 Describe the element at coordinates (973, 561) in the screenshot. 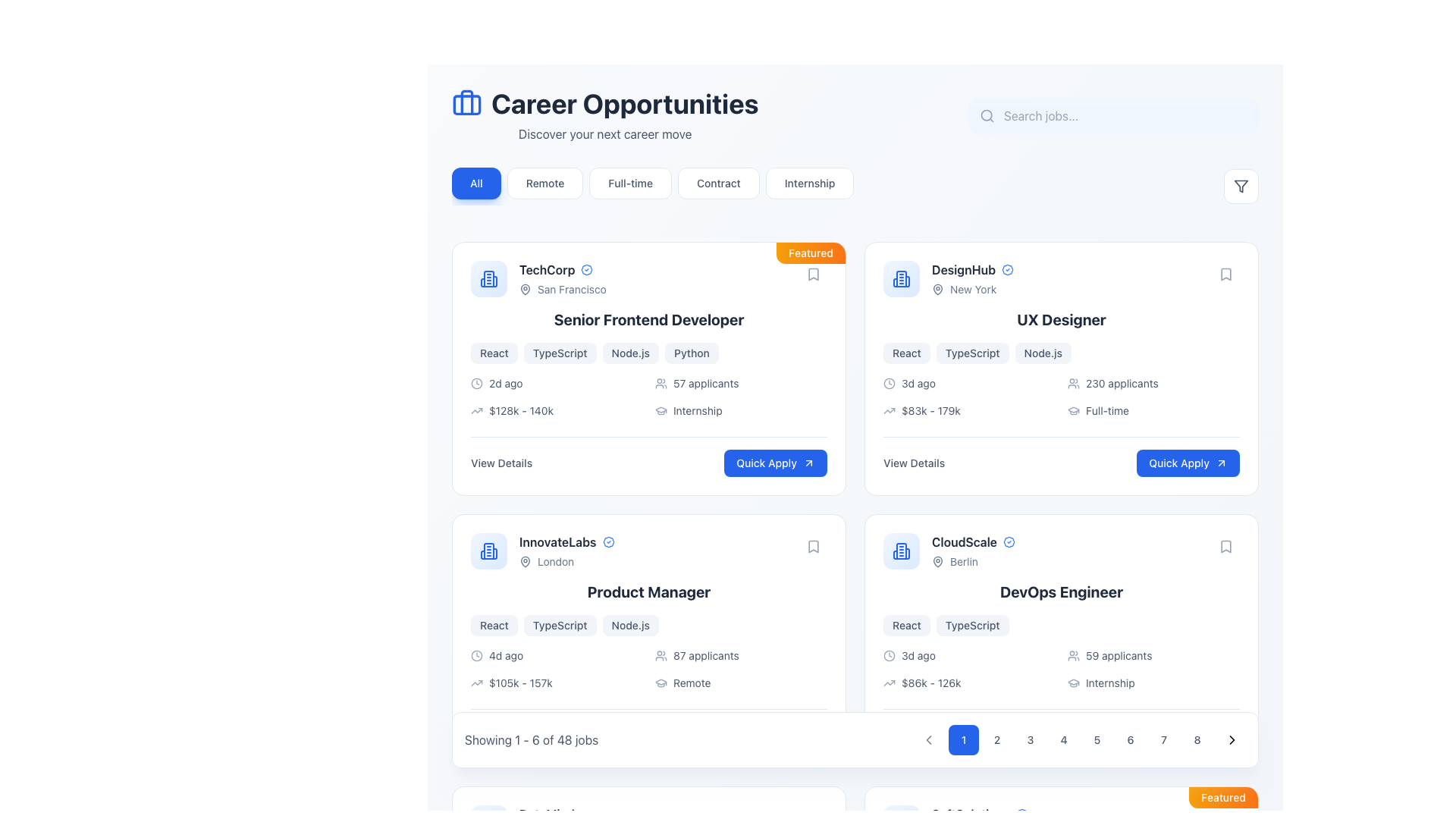

I see `the Text with Icon indicating the geographical location (Berlin) related to the 'CloudScale' job posting for more details` at that location.